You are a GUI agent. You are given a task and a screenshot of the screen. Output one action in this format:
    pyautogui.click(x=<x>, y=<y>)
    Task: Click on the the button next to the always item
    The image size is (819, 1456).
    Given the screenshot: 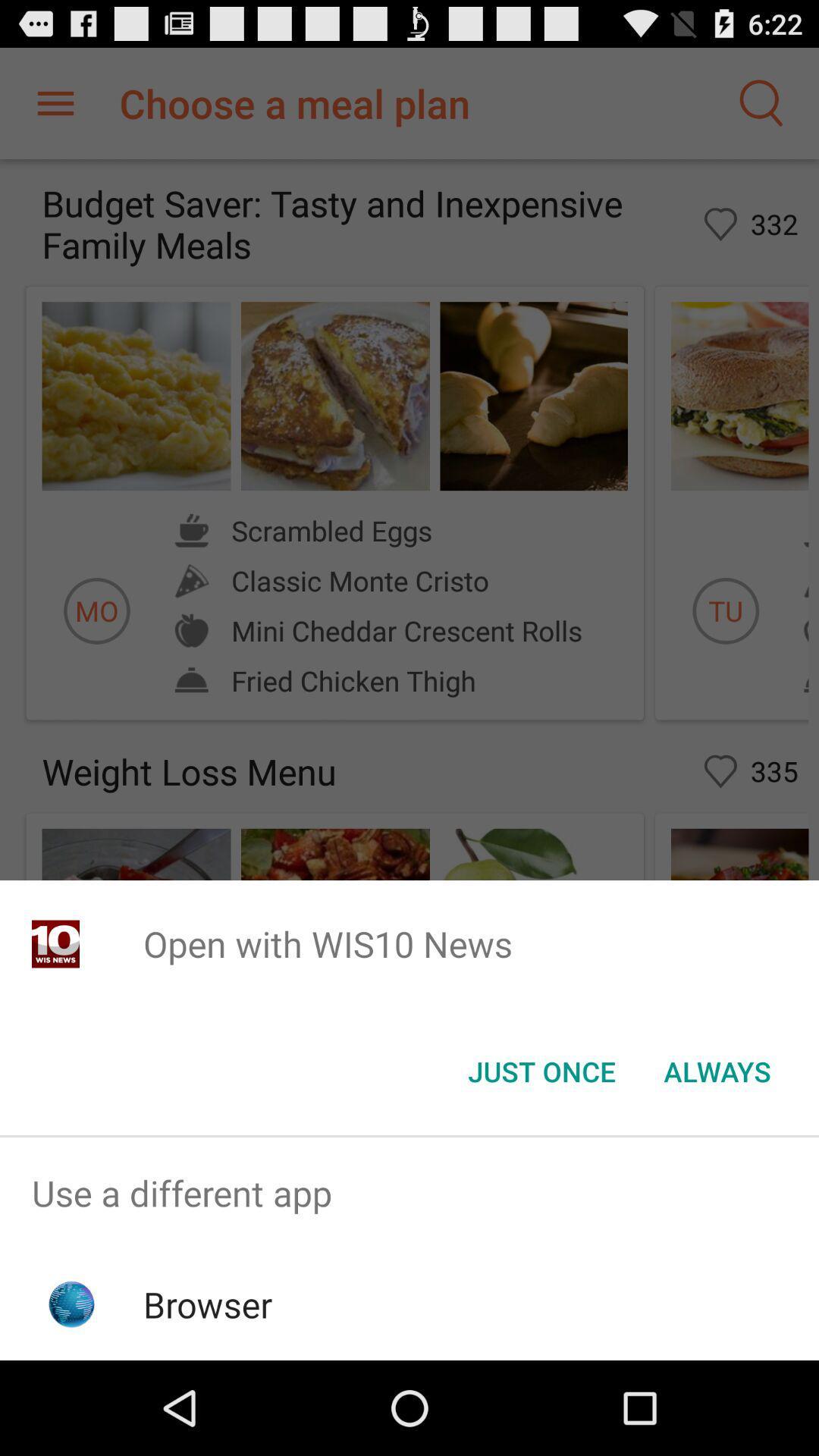 What is the action you would take?
    pyautogui.click(x=541, y=1070)
    